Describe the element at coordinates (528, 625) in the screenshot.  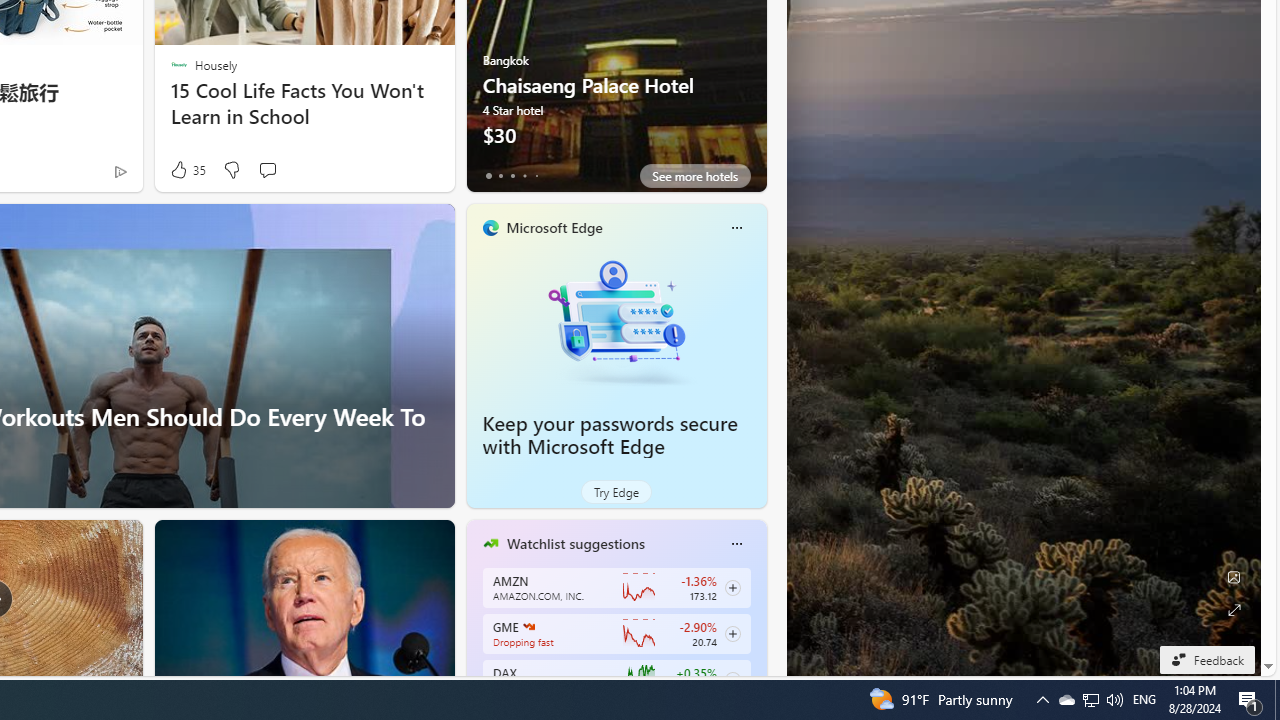
I see `'GAMESTOP CORP.'` at that location.